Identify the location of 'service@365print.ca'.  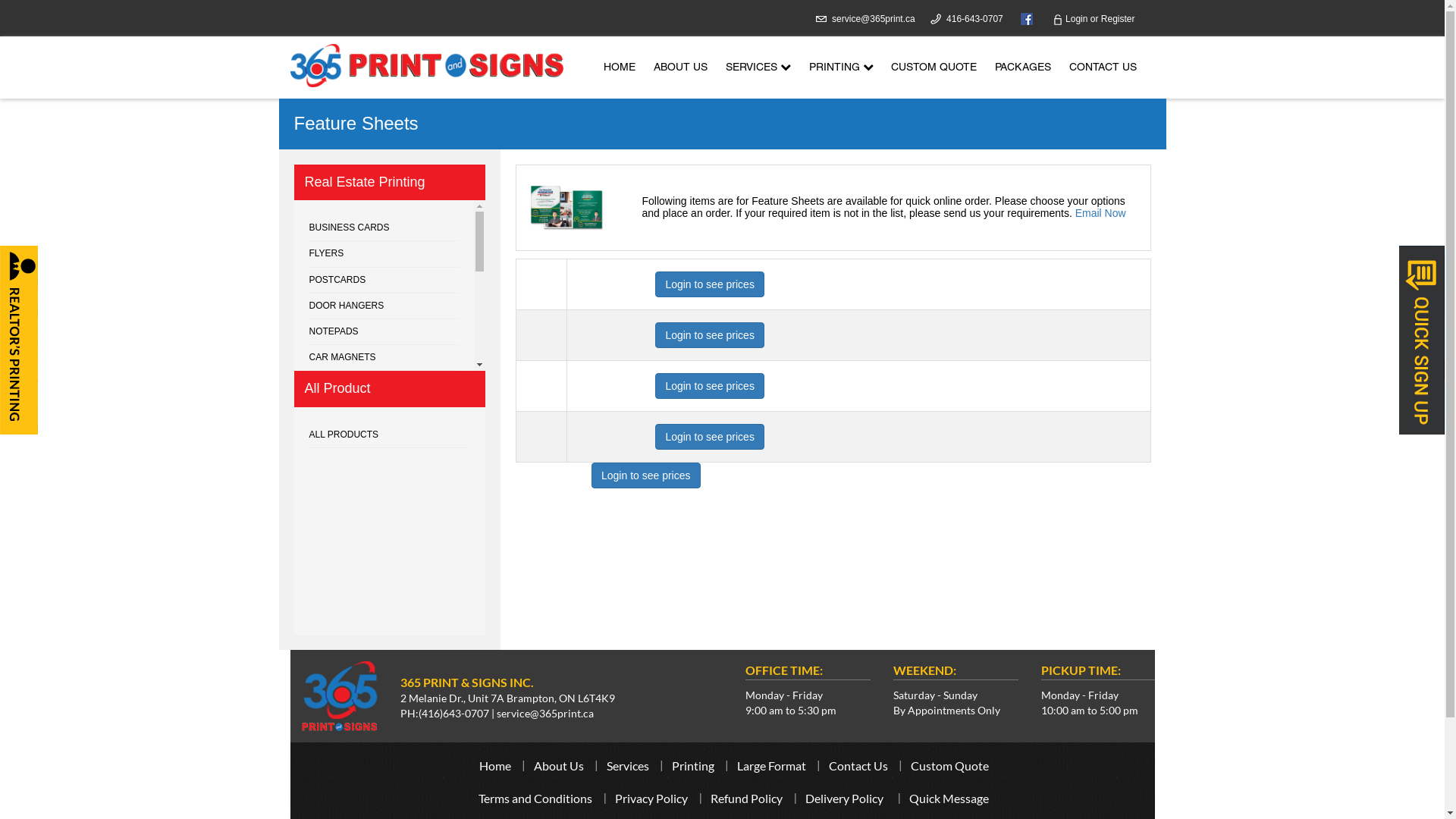
(874, 18).